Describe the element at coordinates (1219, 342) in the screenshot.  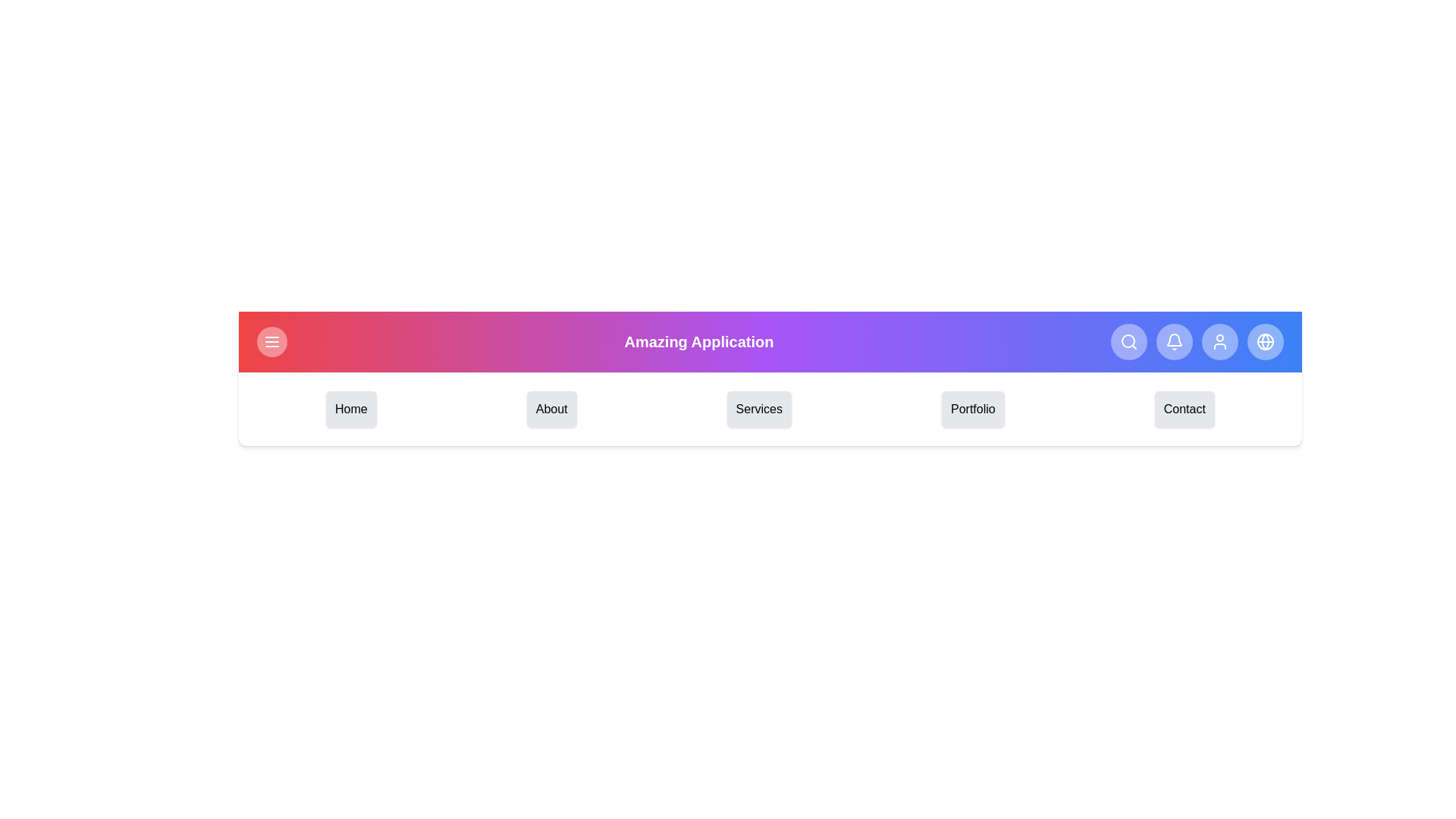
I see `the User navigation button` at that location.